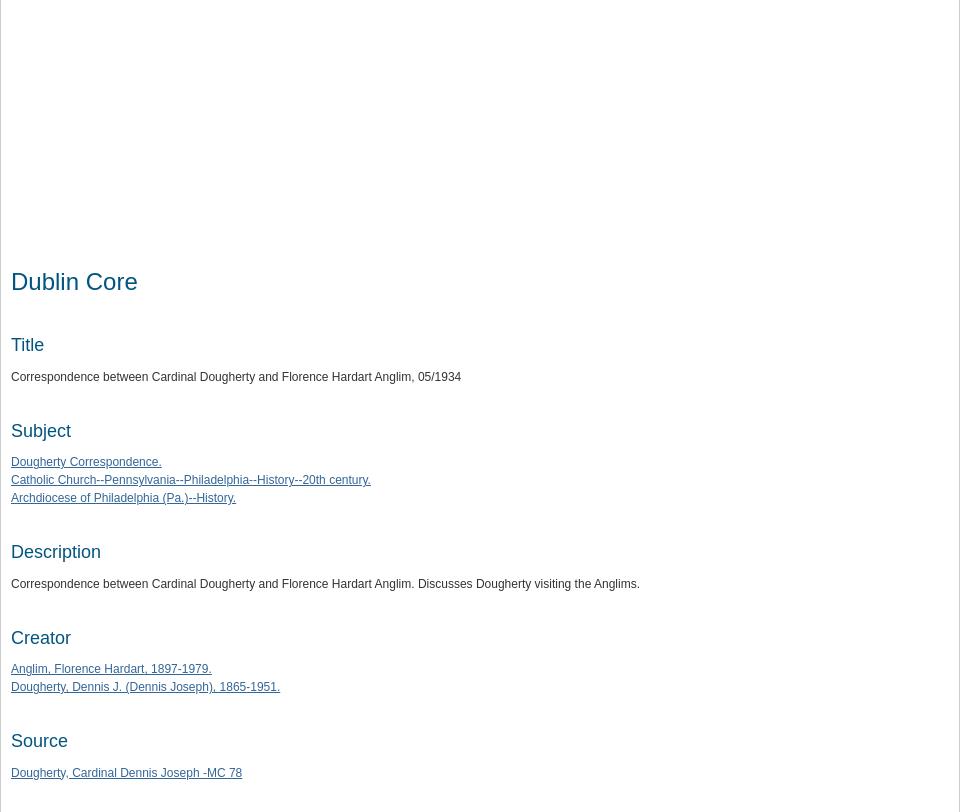 The width and height of the screenshot is (960, 812). What do you see at coordinates (39, 429) in the screenshot?
I see `'Subject'` at bounding box center [39, 429].